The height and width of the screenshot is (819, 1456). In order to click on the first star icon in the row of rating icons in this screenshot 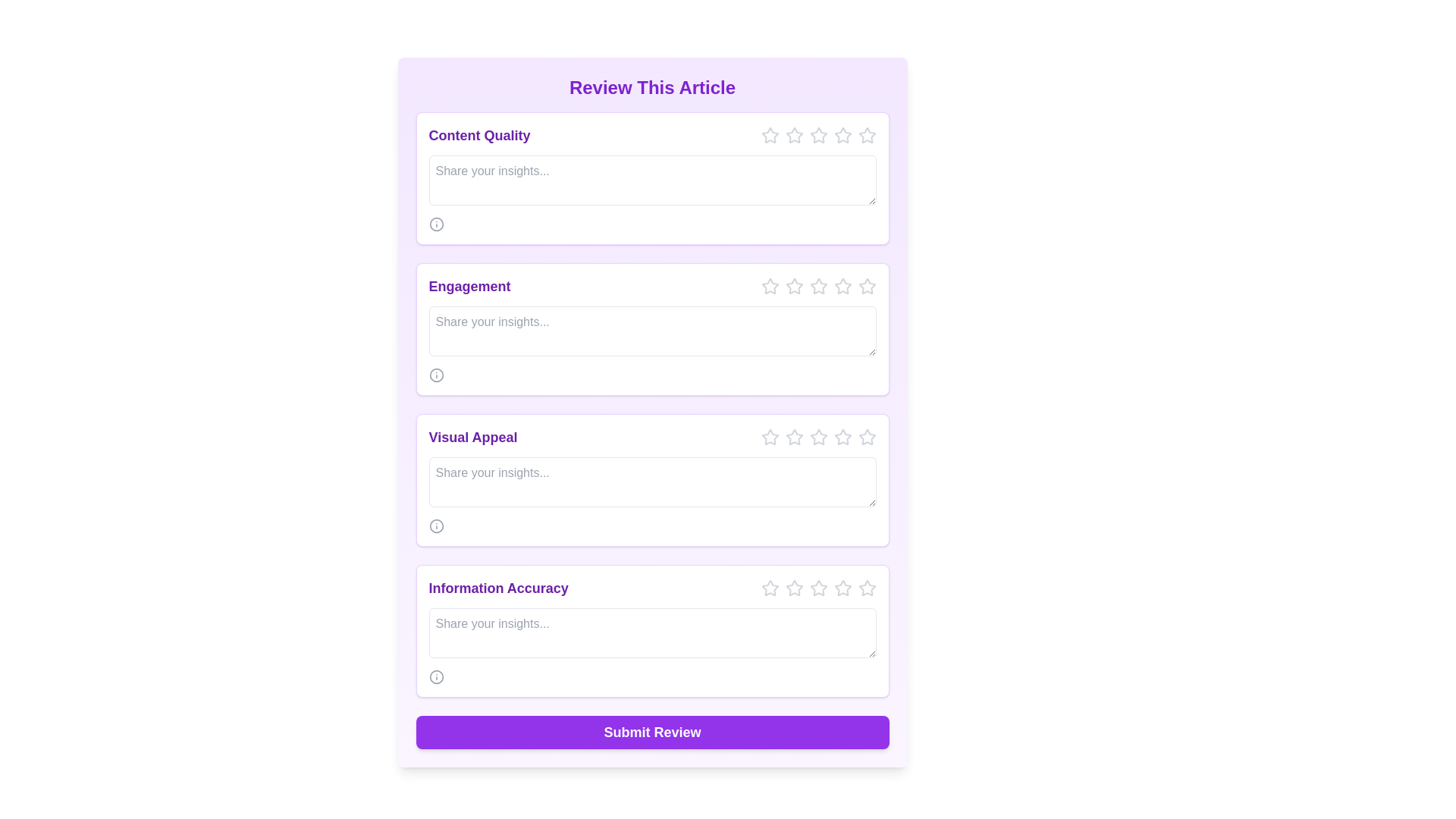, I will do `click(769, 436)`.